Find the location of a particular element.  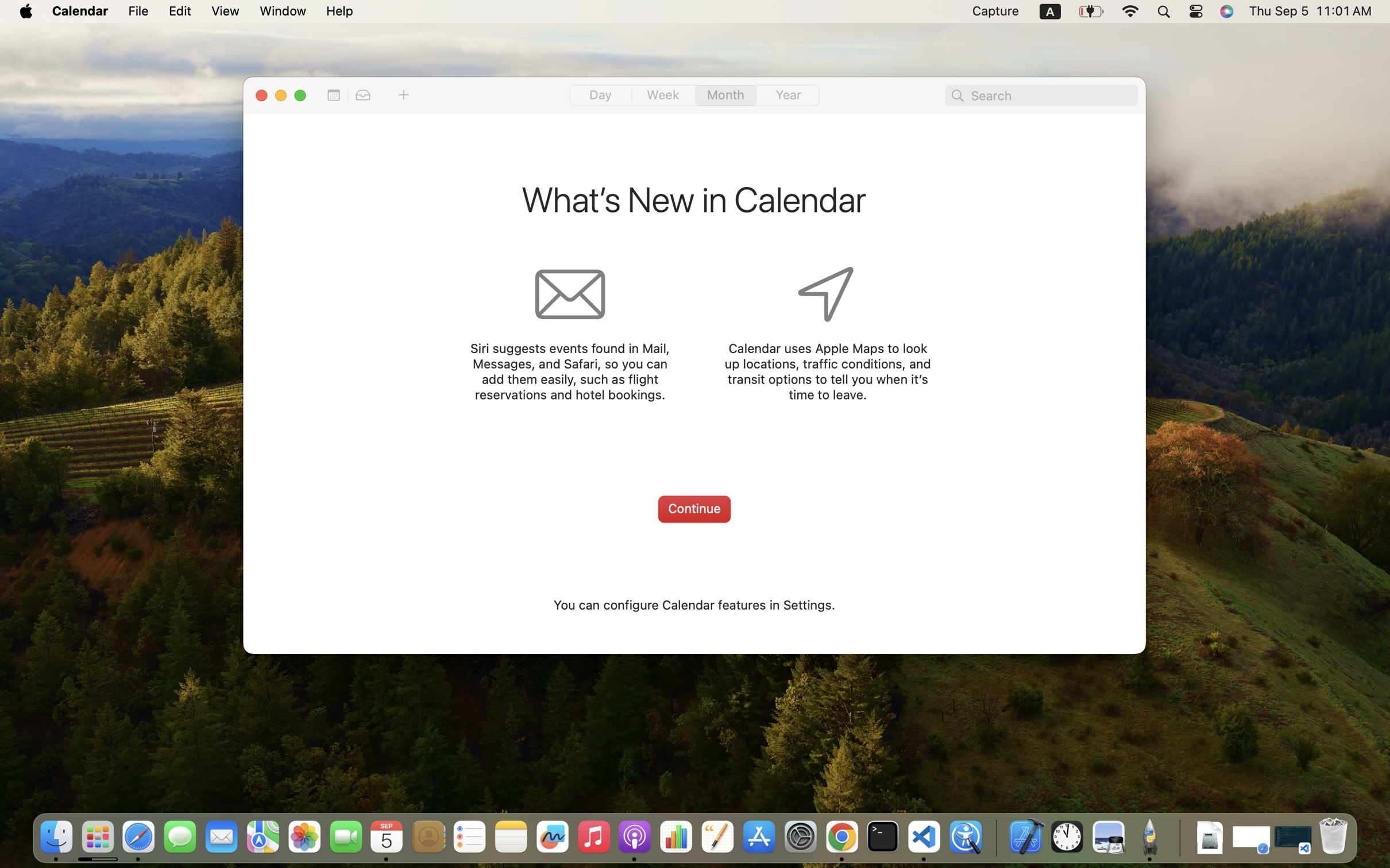

'<AXUIElement 0x125c498e0> {pid=1173}' is located at coordinates (694, 95).